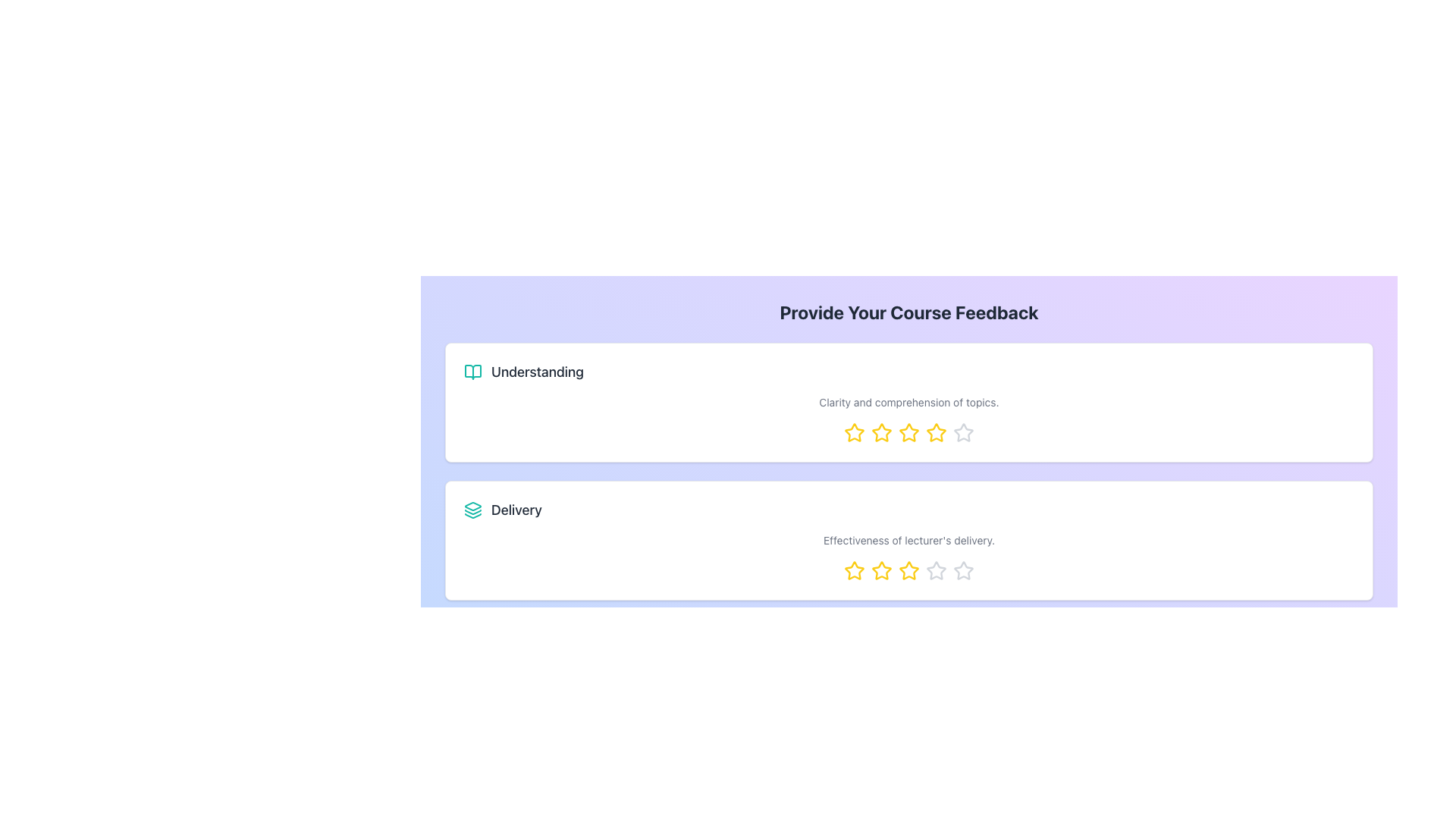 The image size is (1456, 819). Describe the element at coordinates (472, 372) in the screenshot. I see `the teal colored open book icon with rounded corners located in the upper feedback card labeled 'Understanding', positioned to the left of the text 'Understanding'` at that location.